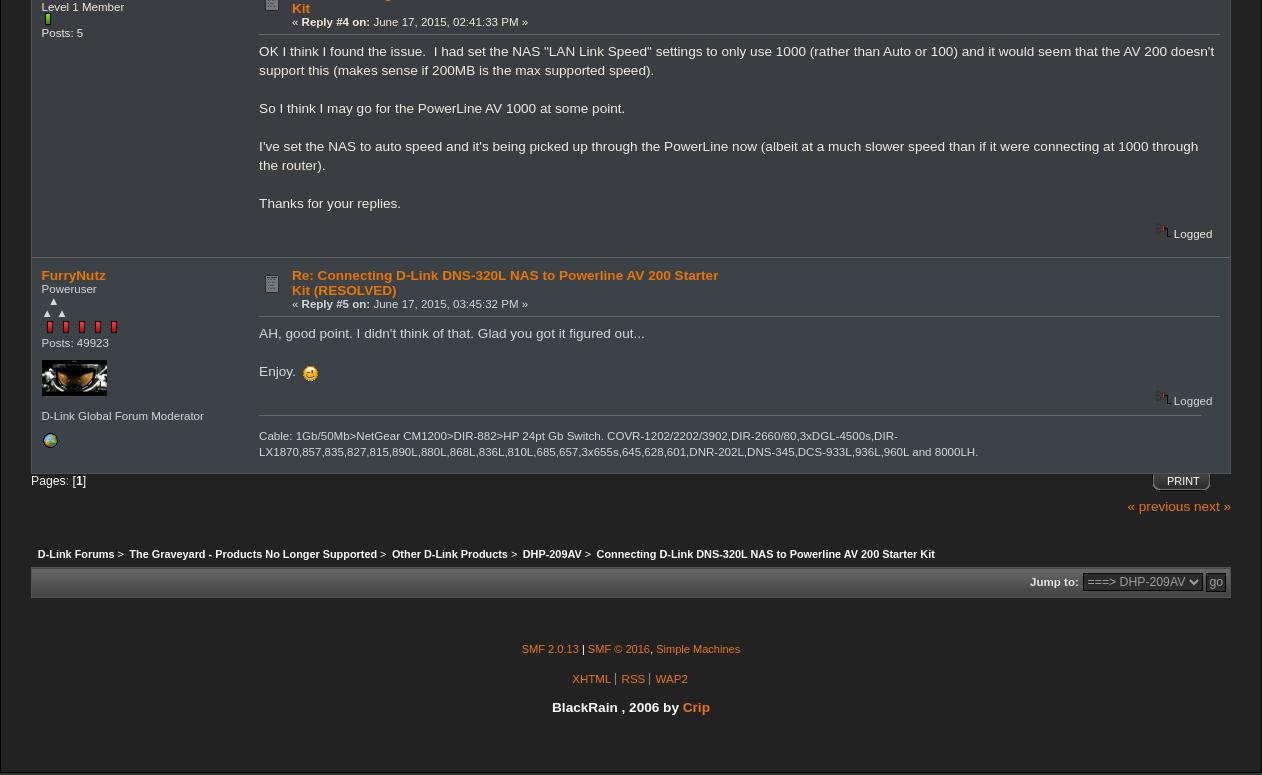 The width and height of the screenshot is (1262, 775). What do you see at coordinates (451, 332) in the screenshot?
I see `'AH, good point. I didn't think of that. Glad you got it figured out...'` at bounding box center [451, 332].